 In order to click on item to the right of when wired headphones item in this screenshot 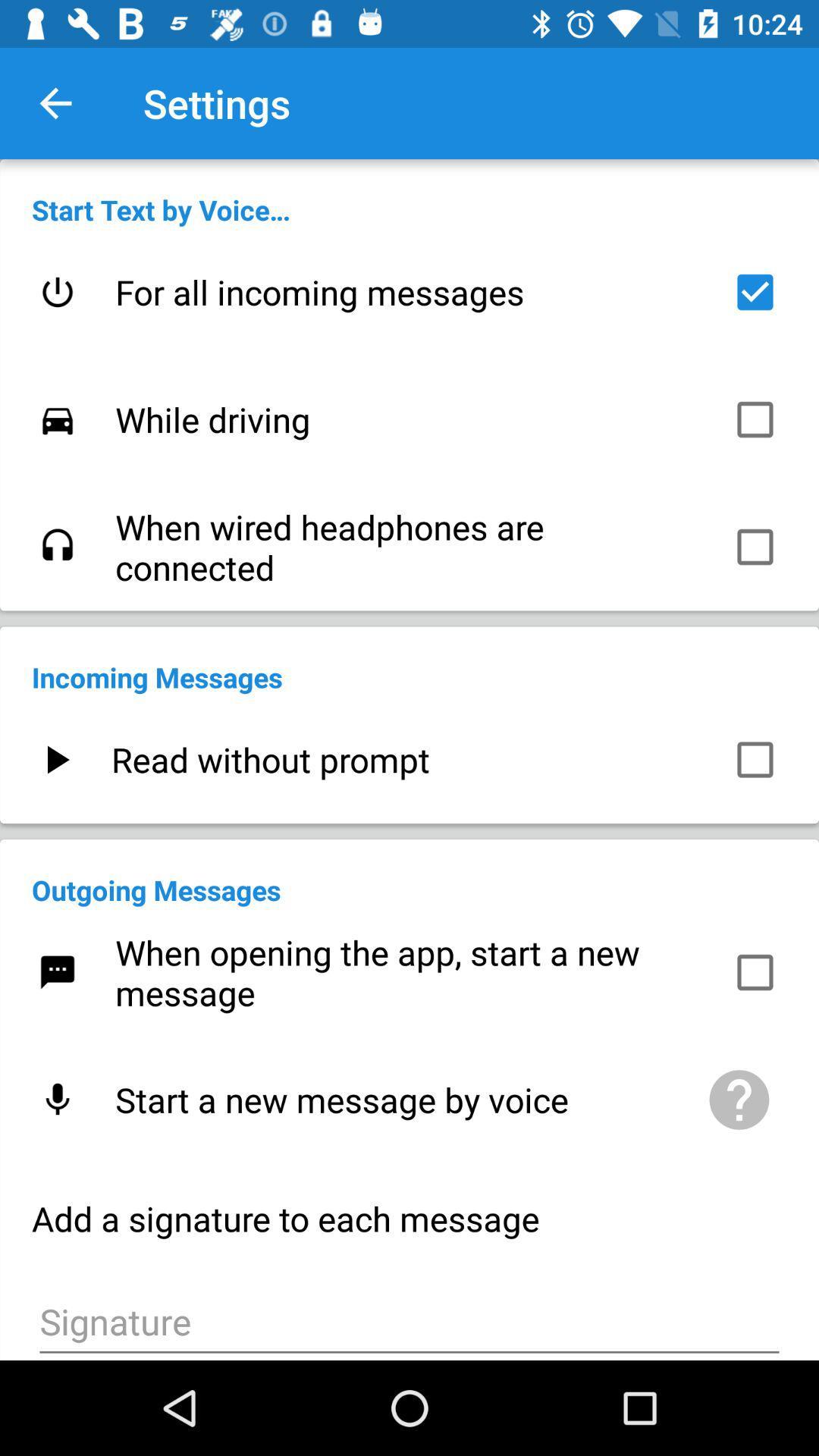, I will do `click(755, 546)`.